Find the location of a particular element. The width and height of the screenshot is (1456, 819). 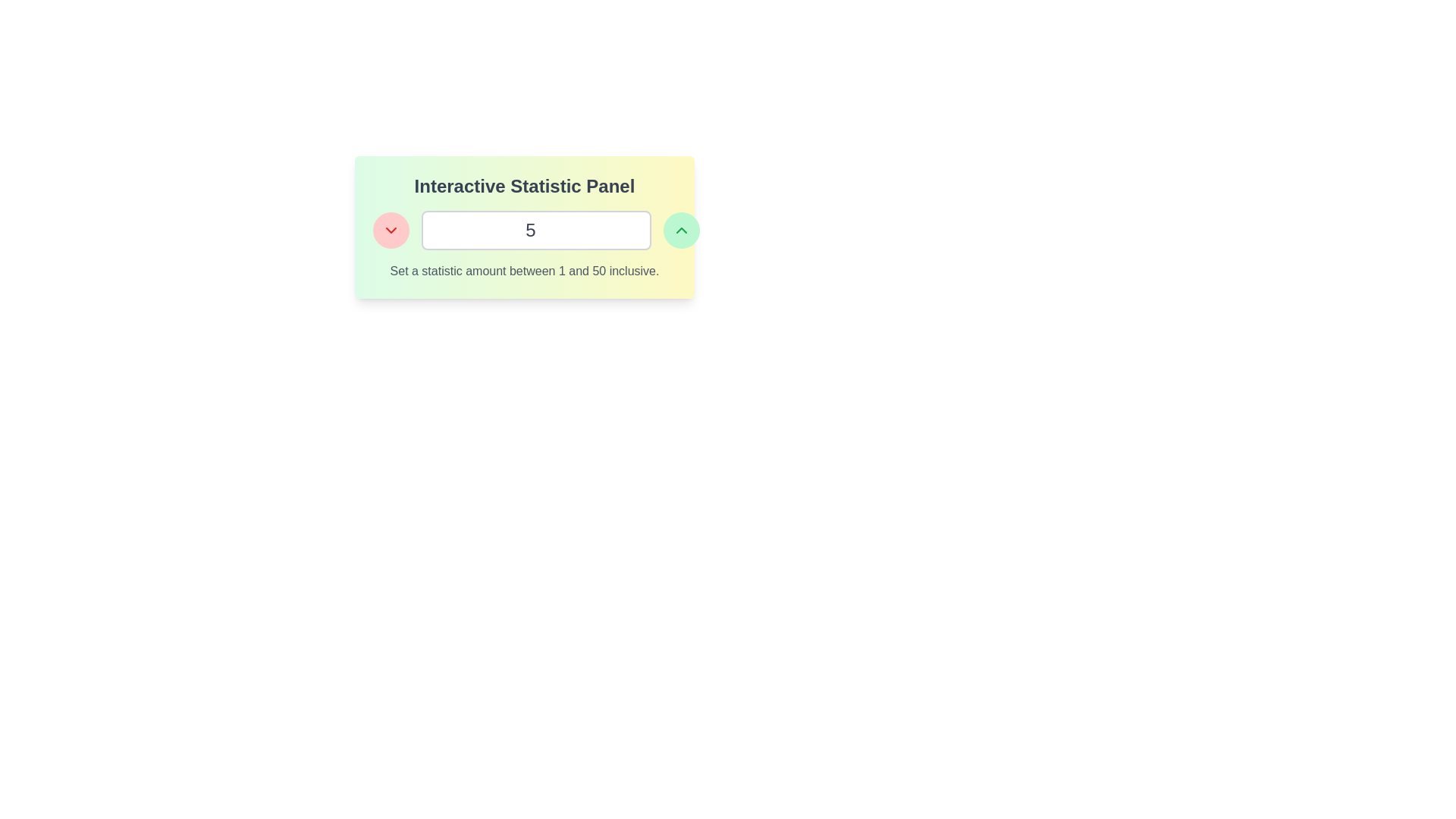

the dropdown indicator icon located within the rounded button on the left of the interactive statistic panel is located at coordinates (391, 231).